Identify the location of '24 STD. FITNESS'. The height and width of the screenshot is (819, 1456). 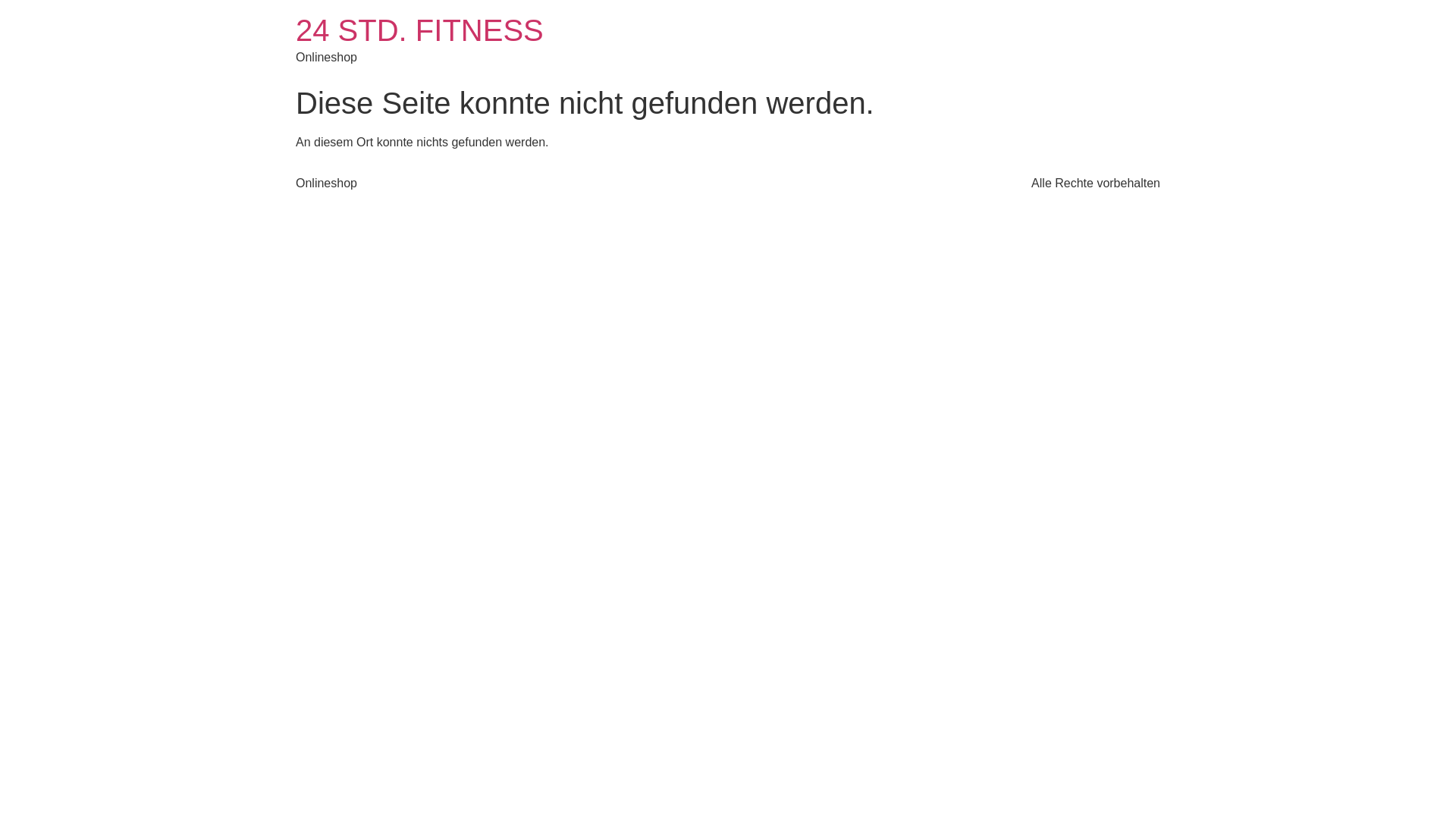
(419, 30).